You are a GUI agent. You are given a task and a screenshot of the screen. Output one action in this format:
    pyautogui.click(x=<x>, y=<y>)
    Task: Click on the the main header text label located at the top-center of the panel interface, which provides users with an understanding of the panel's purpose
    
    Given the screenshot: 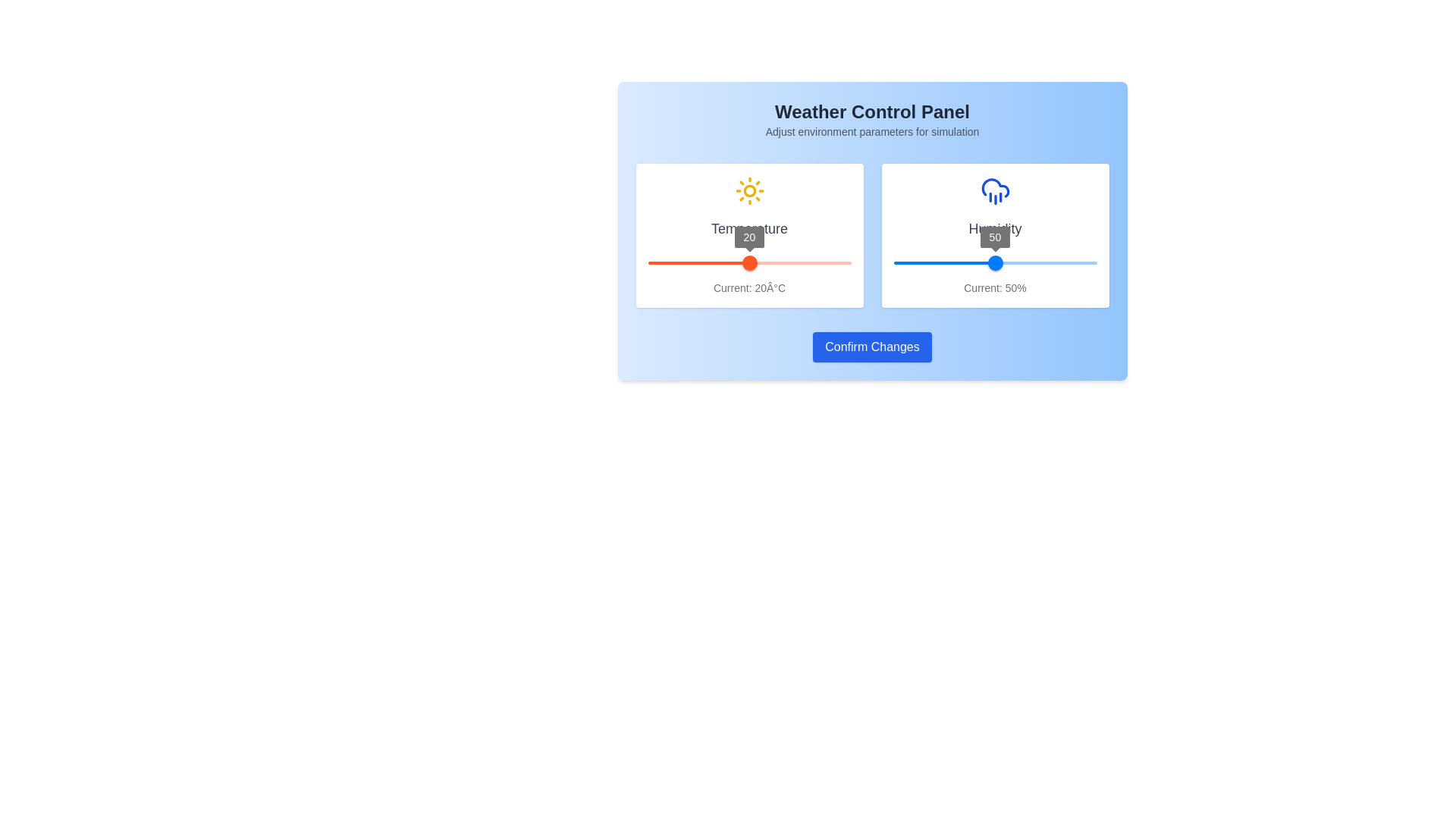 What is the action you would take?
    pyautogui.click(x=872, y=111)
    